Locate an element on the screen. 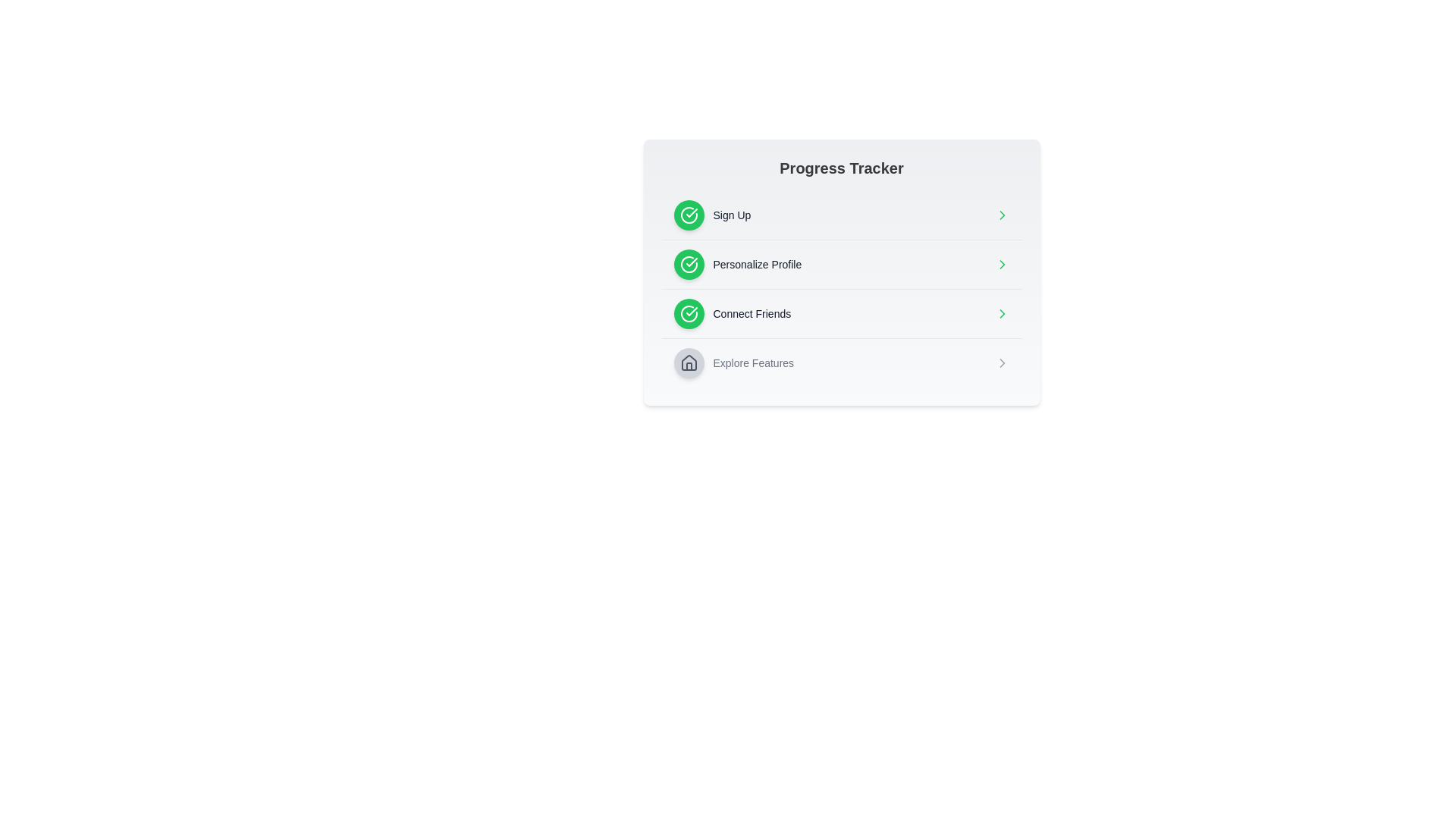 The width and height of the screenshot is (1456, 819). the green circular symbol segment associated with the 'Personalize Profile' step in the progress tracking UI is located at coordinates (688, 263).